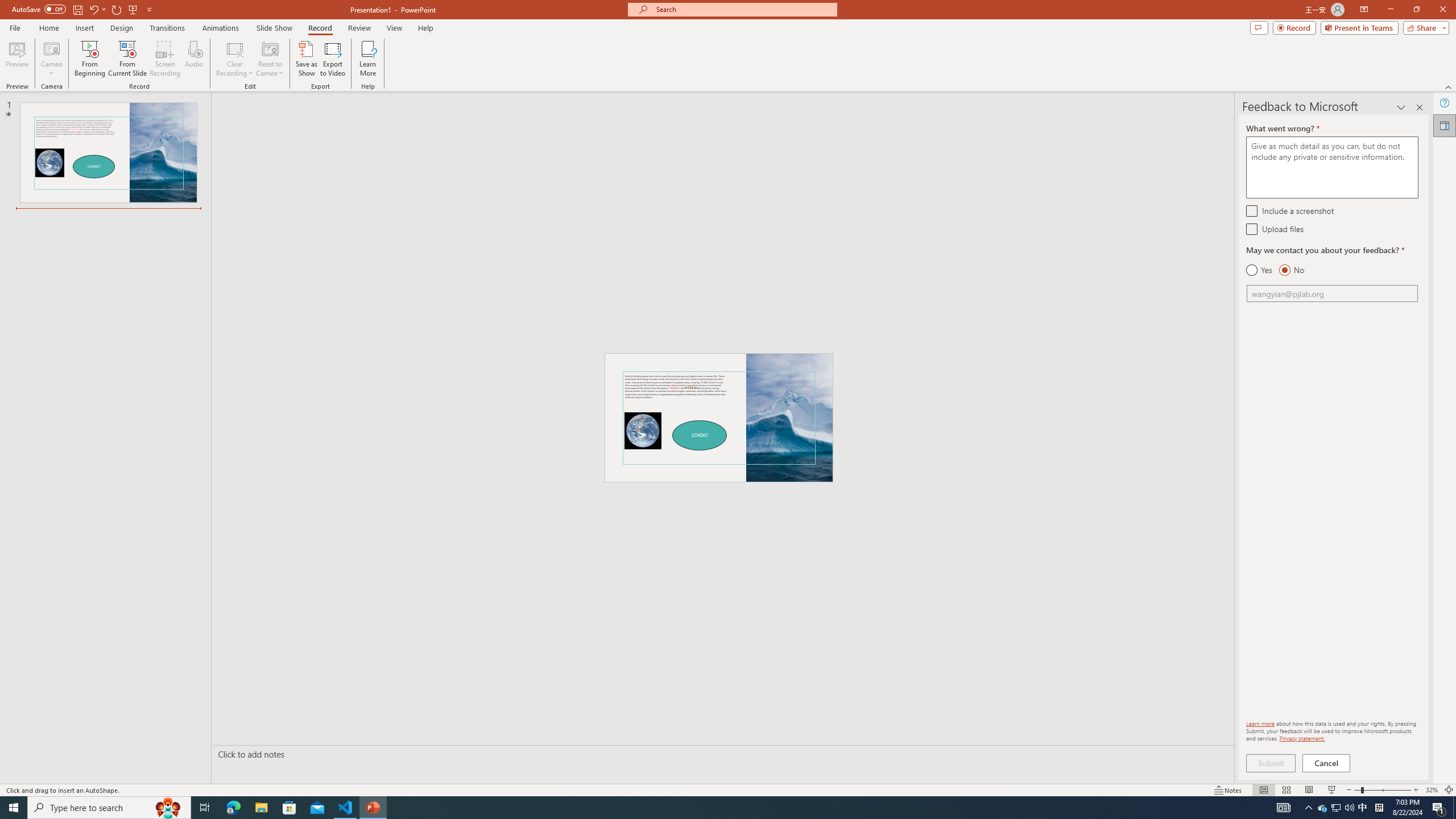 Image resolution: width=1456 pixels, height=819 pixels. I want to click on 'Learn more', so click(1260, 723).